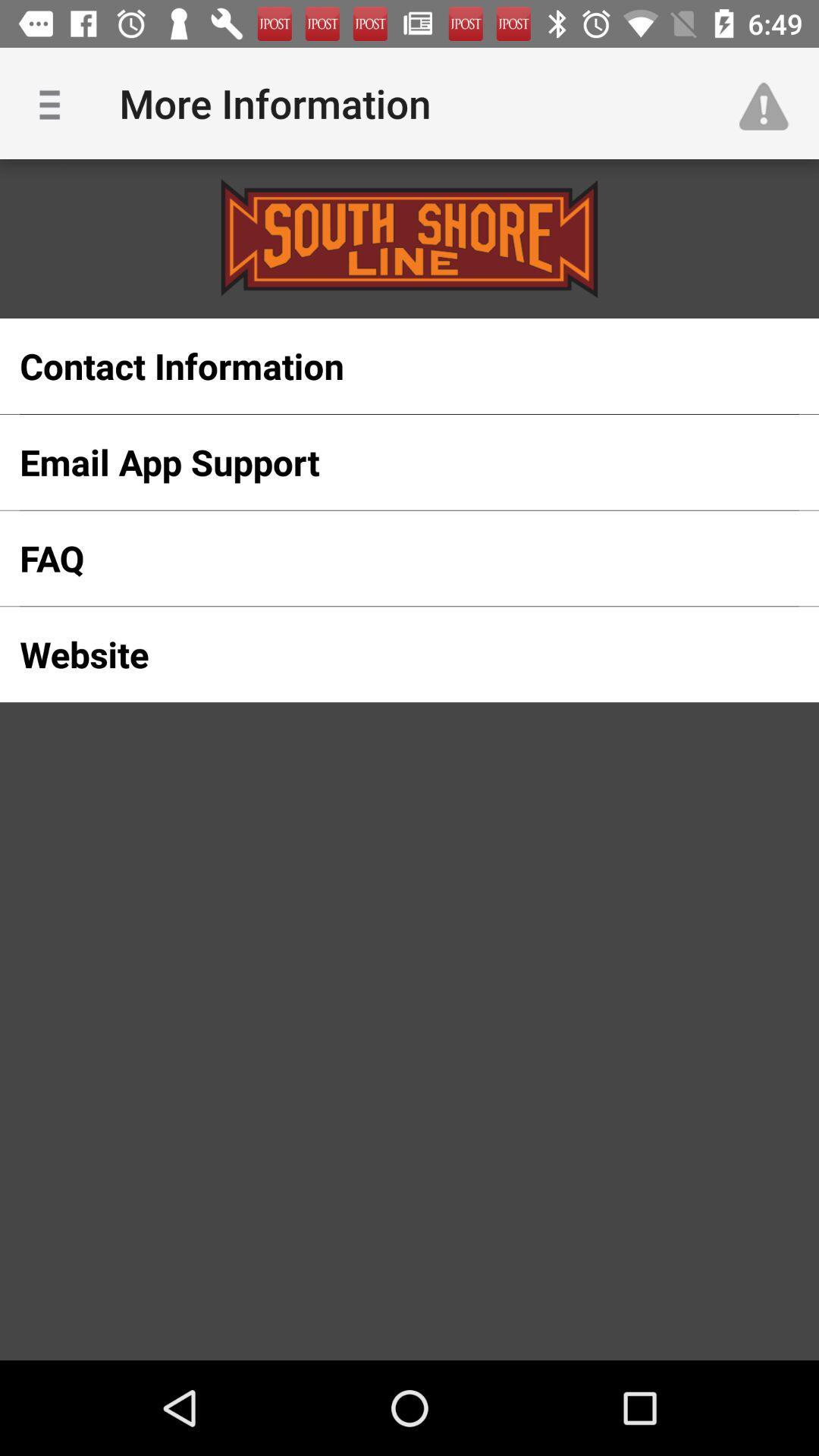  Describe the element at coordinates (384, 366) in the screenshot. I see `the item above the email app support icon` at that location.